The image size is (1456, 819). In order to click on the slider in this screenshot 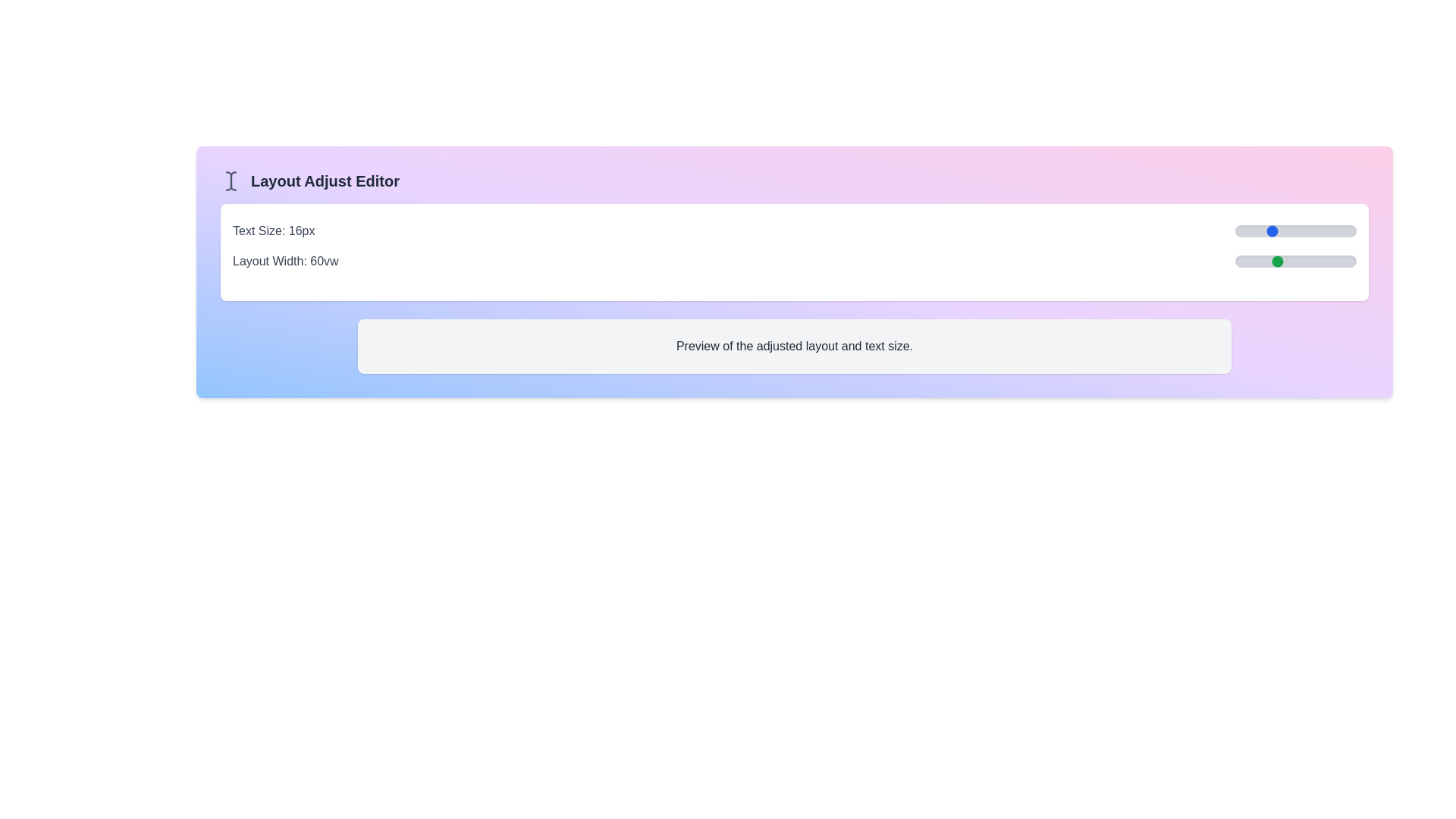, I will do `click(1325, 260)`.